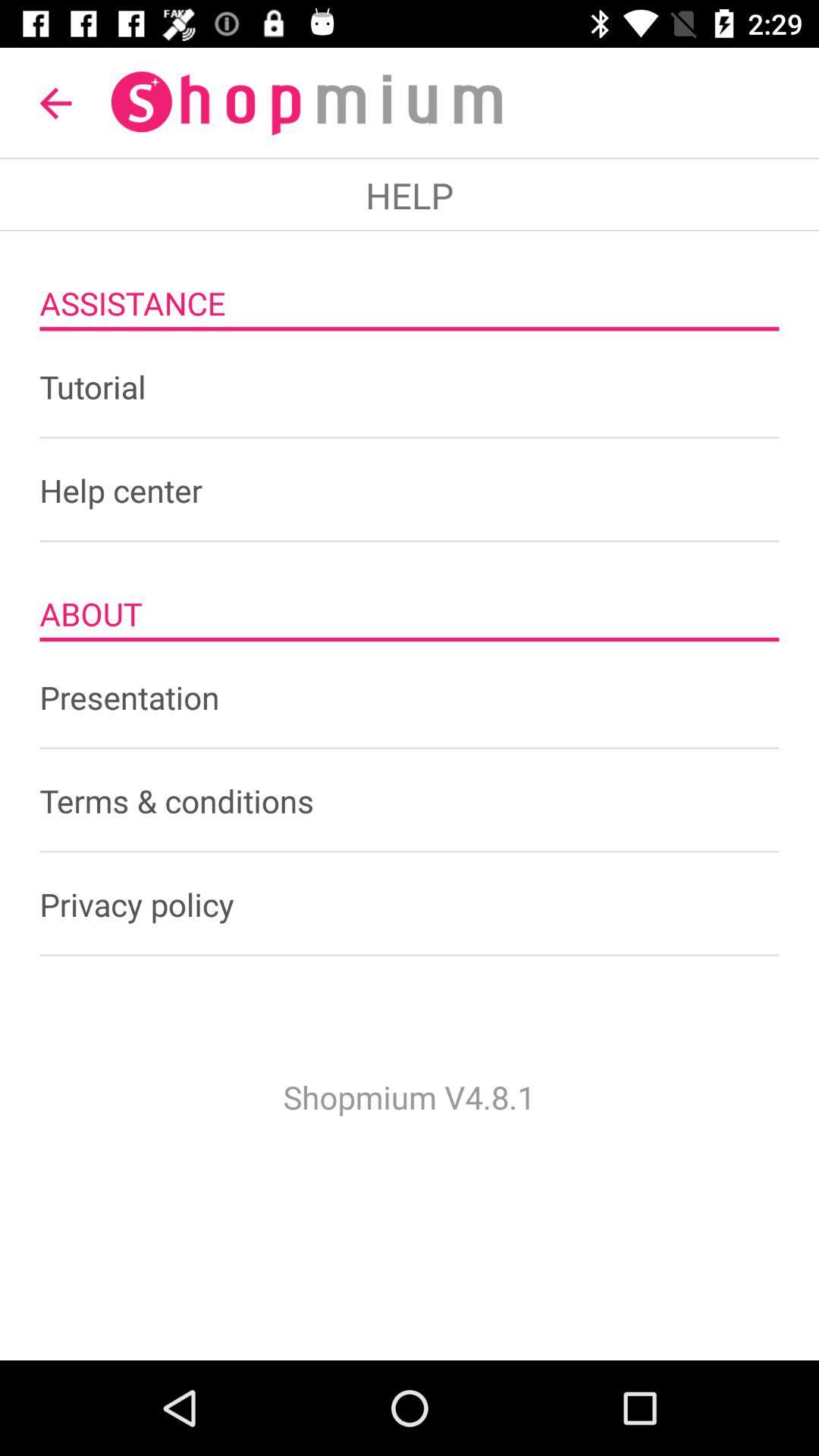 The width and height of the screenshot is (819, 1456). I want to click on the privacy policy icon, so click(409, 904).